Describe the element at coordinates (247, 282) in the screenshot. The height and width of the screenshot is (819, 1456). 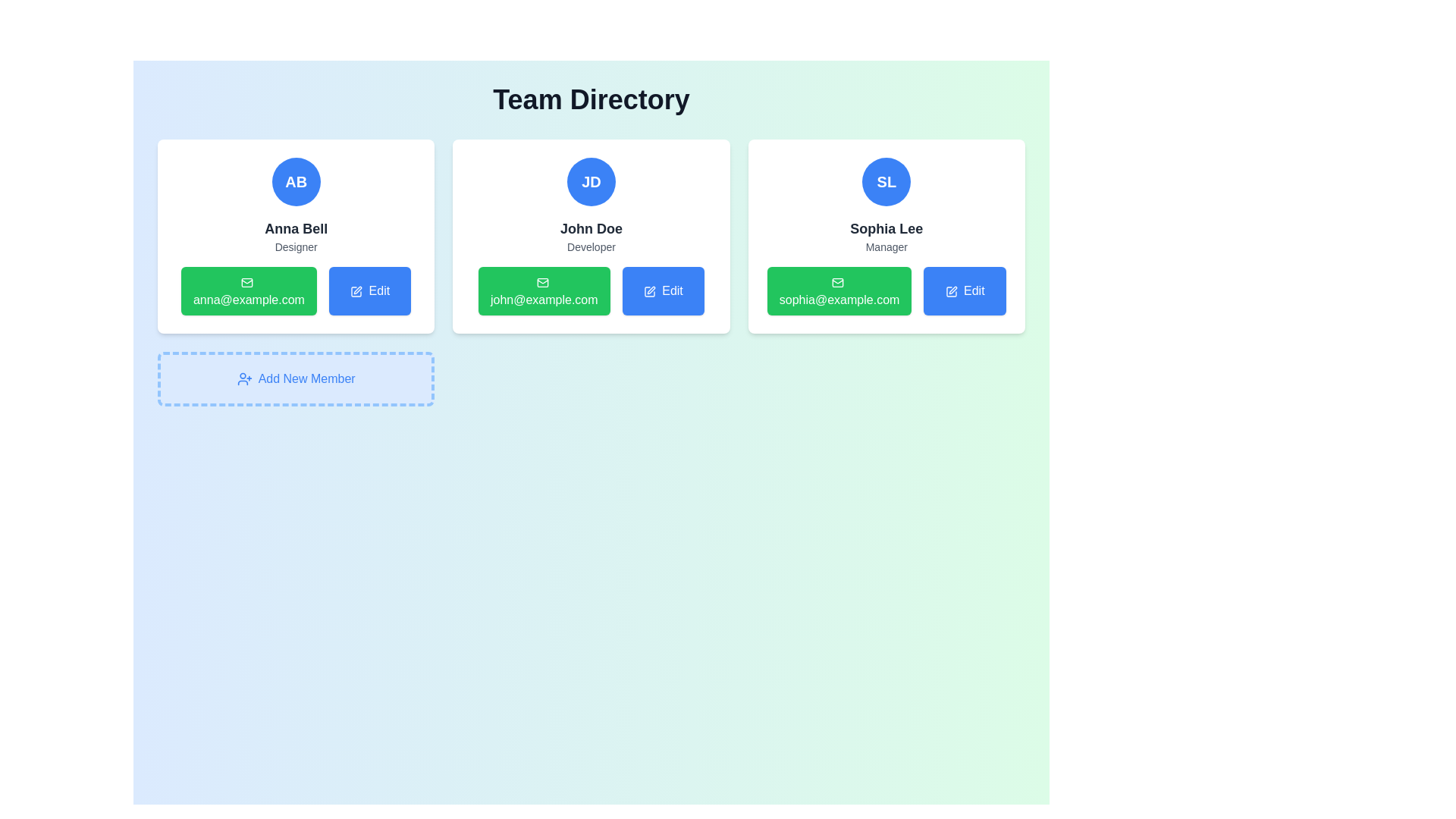
I see `the small rectangle with rounded corners in the envelope icon located in the green button under the 'Anna Bell' user card in the 'Team Directory' interface` at that location.